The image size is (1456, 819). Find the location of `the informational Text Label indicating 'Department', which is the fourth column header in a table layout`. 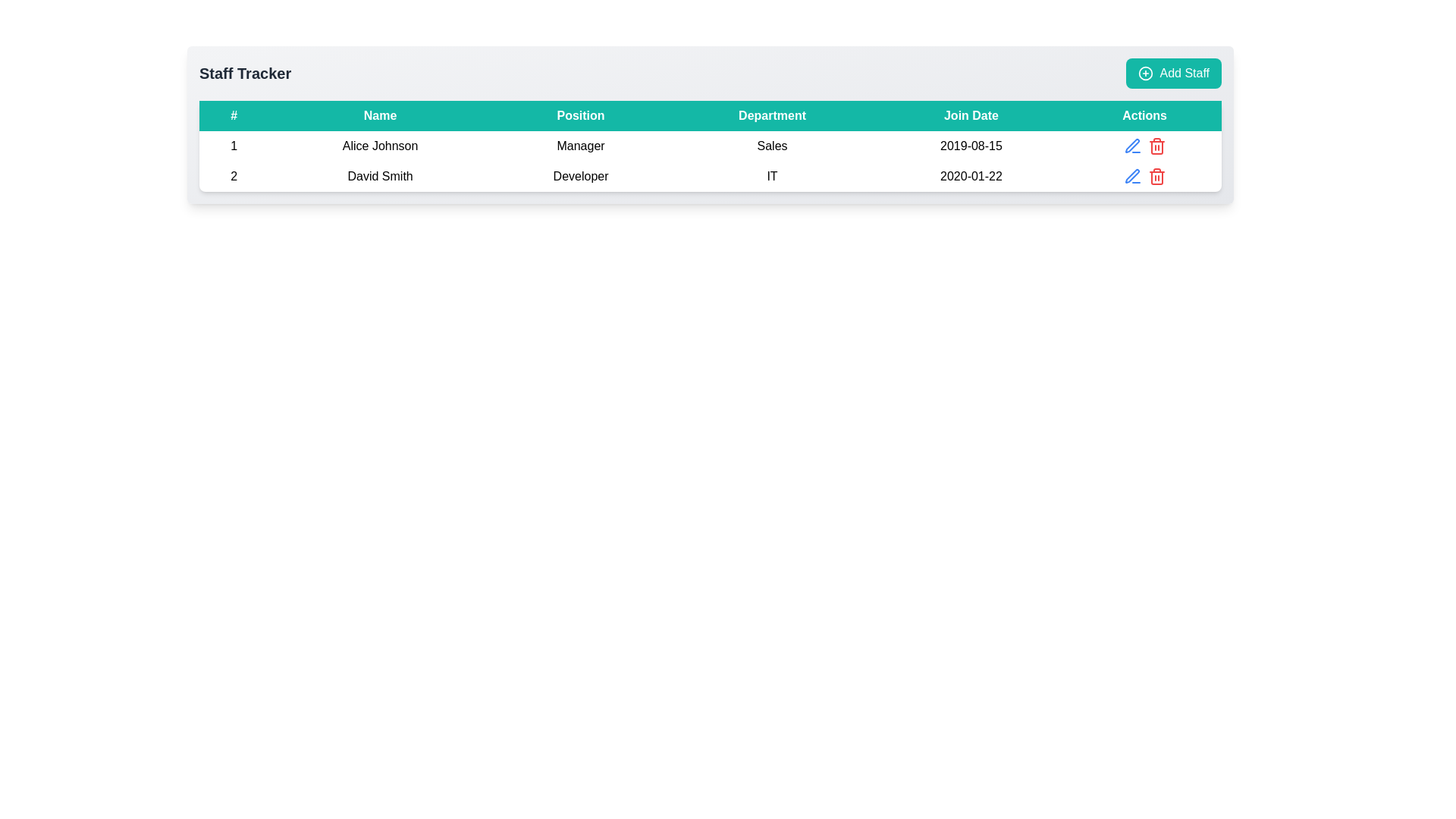

the informational Text Label indicating 'Department', which is the fourth column header in a table layout is located at coordinates (772, 115).